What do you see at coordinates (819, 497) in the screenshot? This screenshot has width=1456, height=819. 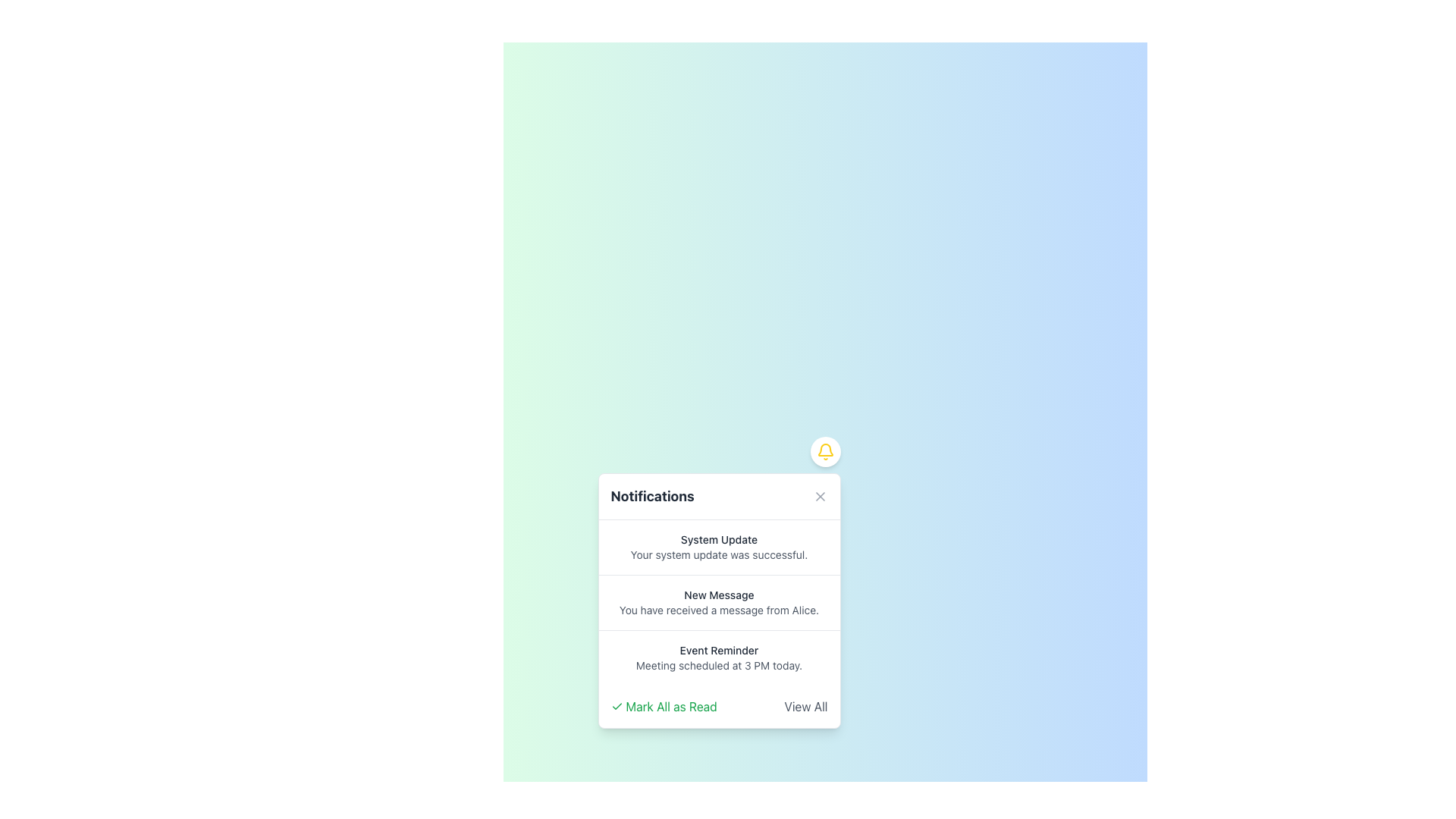 I see `the close button (styled as an 'X') in the top-right corner of the Notifications panel` at bounding box center [819, 497].